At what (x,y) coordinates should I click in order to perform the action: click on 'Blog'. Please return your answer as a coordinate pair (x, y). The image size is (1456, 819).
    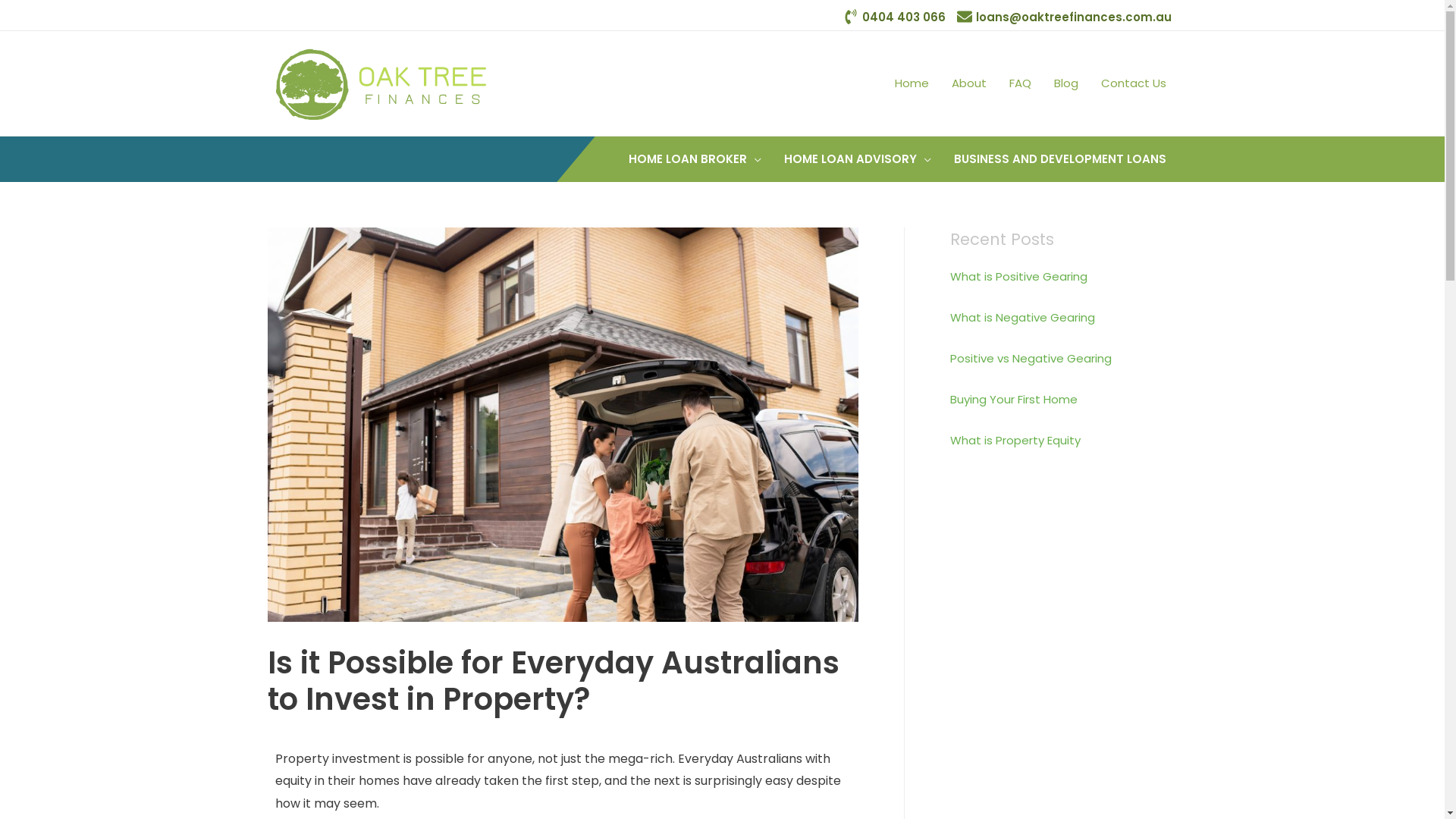
    Looking at the image, I should click on (1065, 83).